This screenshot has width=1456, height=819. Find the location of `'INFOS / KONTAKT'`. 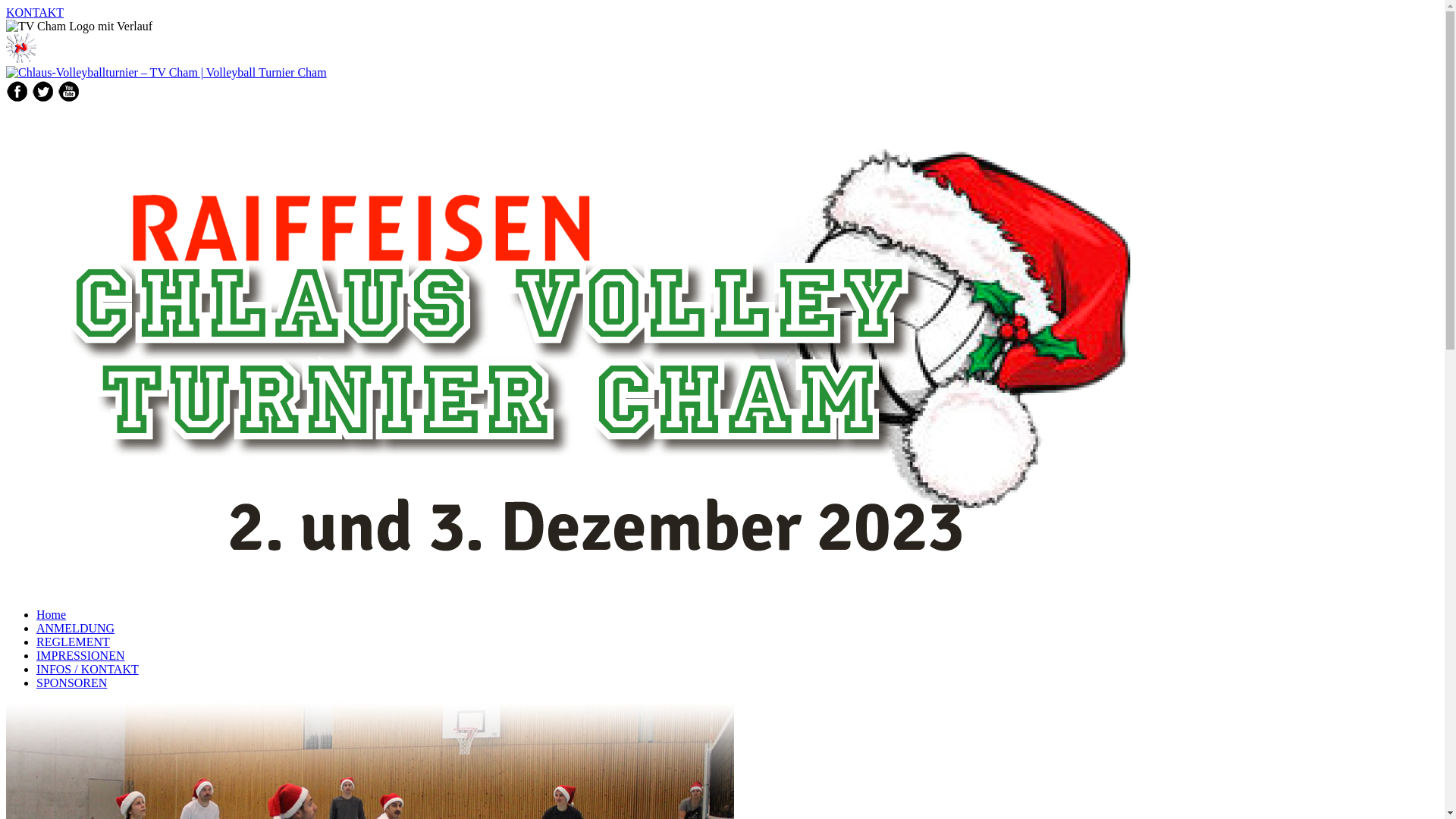

'INFOS / KONTAKT' is located at coordinates (36, 668).